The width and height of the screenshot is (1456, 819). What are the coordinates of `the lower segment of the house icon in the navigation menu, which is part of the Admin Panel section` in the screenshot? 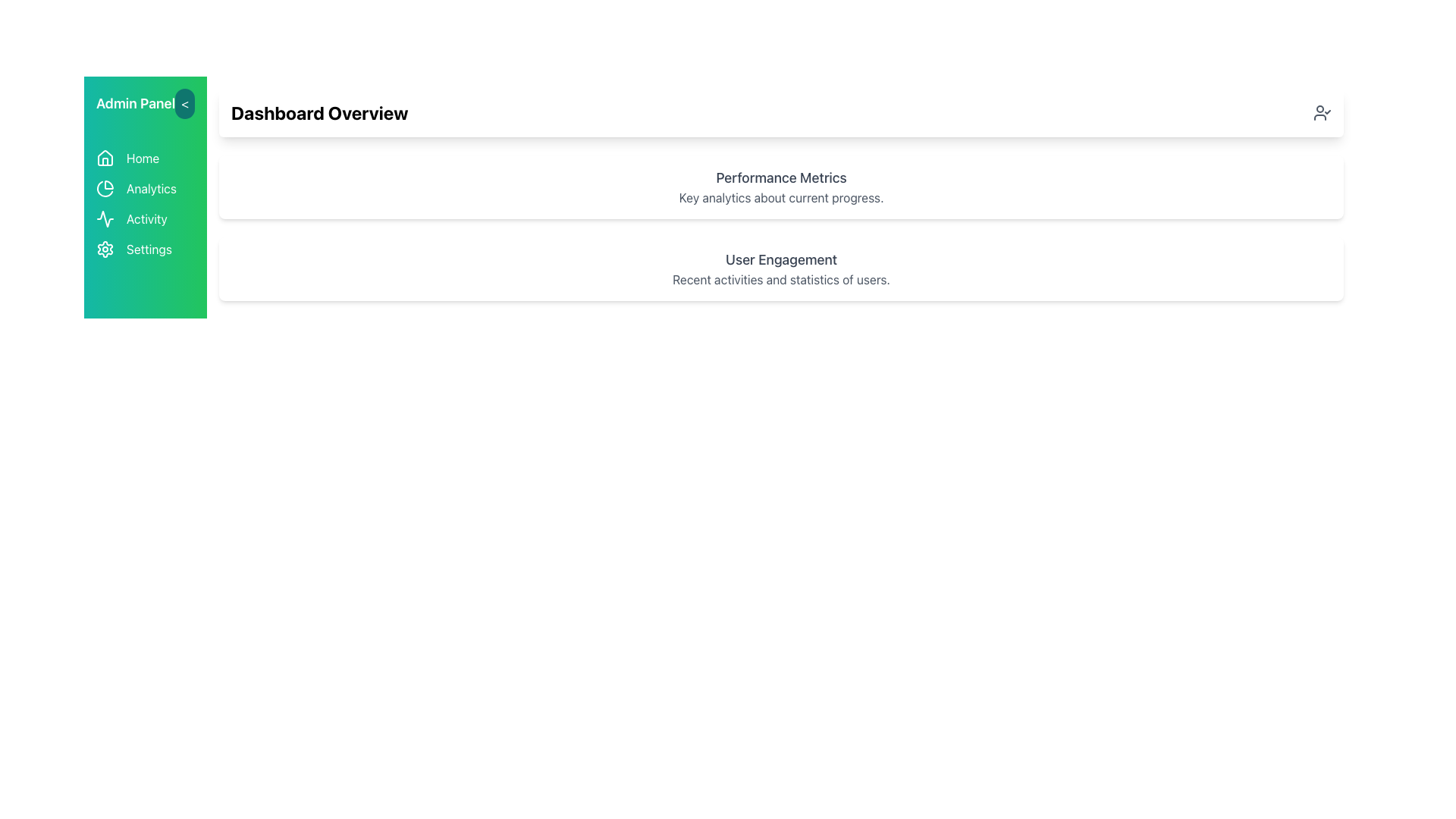 It's located at (105, 162).